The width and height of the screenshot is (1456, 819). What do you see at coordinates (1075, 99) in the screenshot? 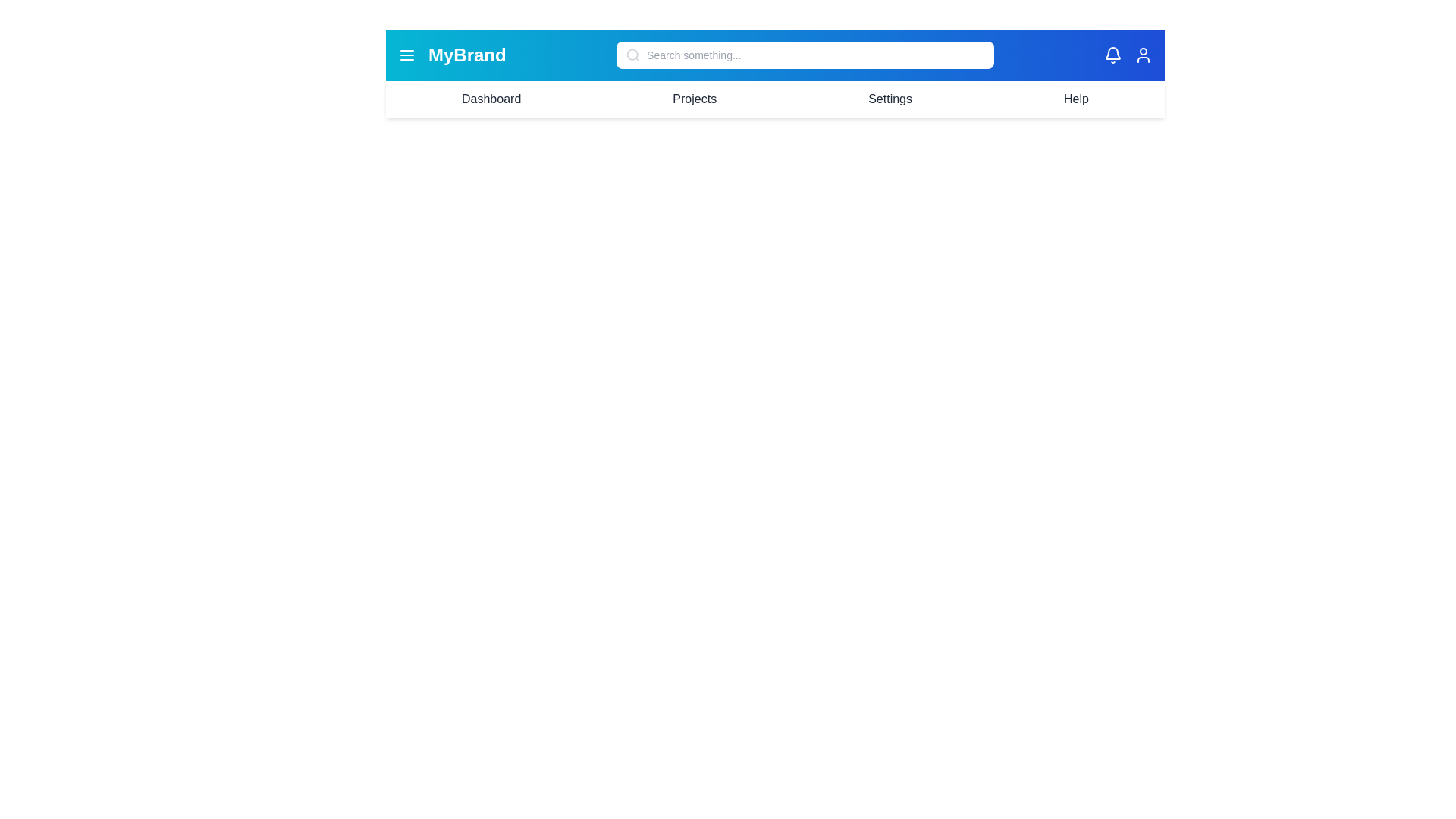
I see `the menu item Help` at bounding box center [1075, 99].